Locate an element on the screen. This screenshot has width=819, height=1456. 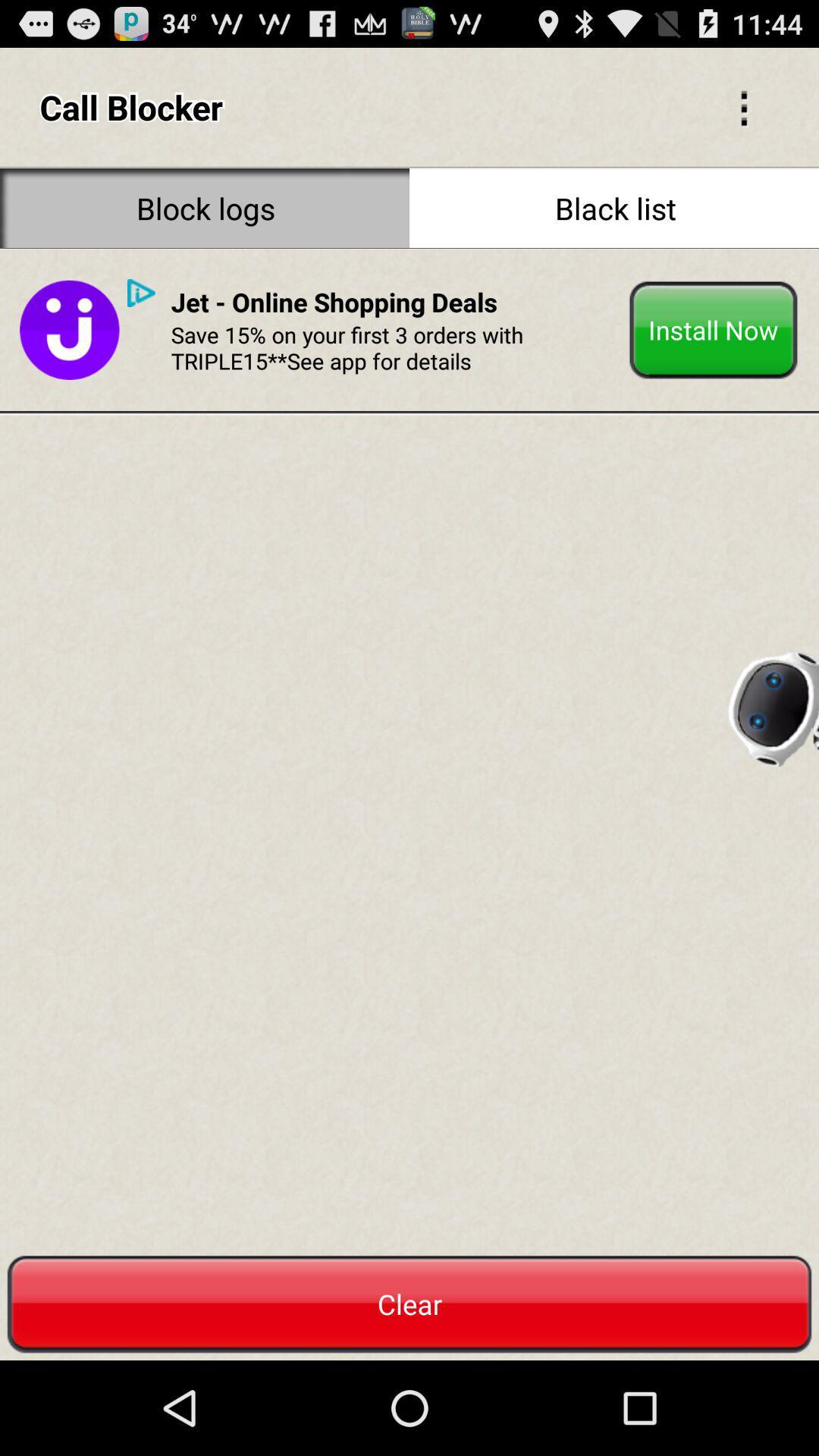
the red color button is located at coordinates (409, 1304).